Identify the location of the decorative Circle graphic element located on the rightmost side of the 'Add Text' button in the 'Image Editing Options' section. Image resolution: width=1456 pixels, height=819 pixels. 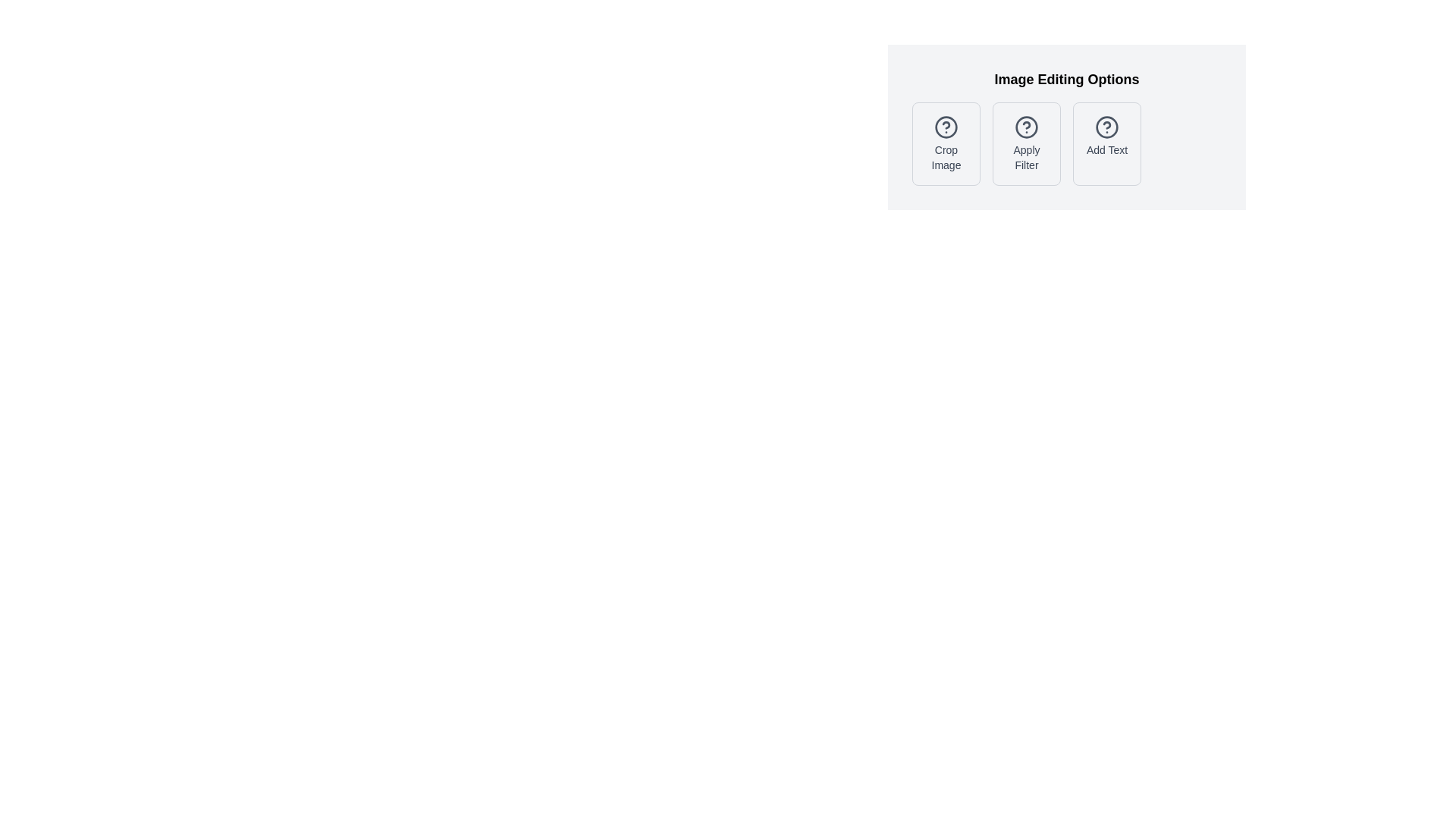
(1106, 127).